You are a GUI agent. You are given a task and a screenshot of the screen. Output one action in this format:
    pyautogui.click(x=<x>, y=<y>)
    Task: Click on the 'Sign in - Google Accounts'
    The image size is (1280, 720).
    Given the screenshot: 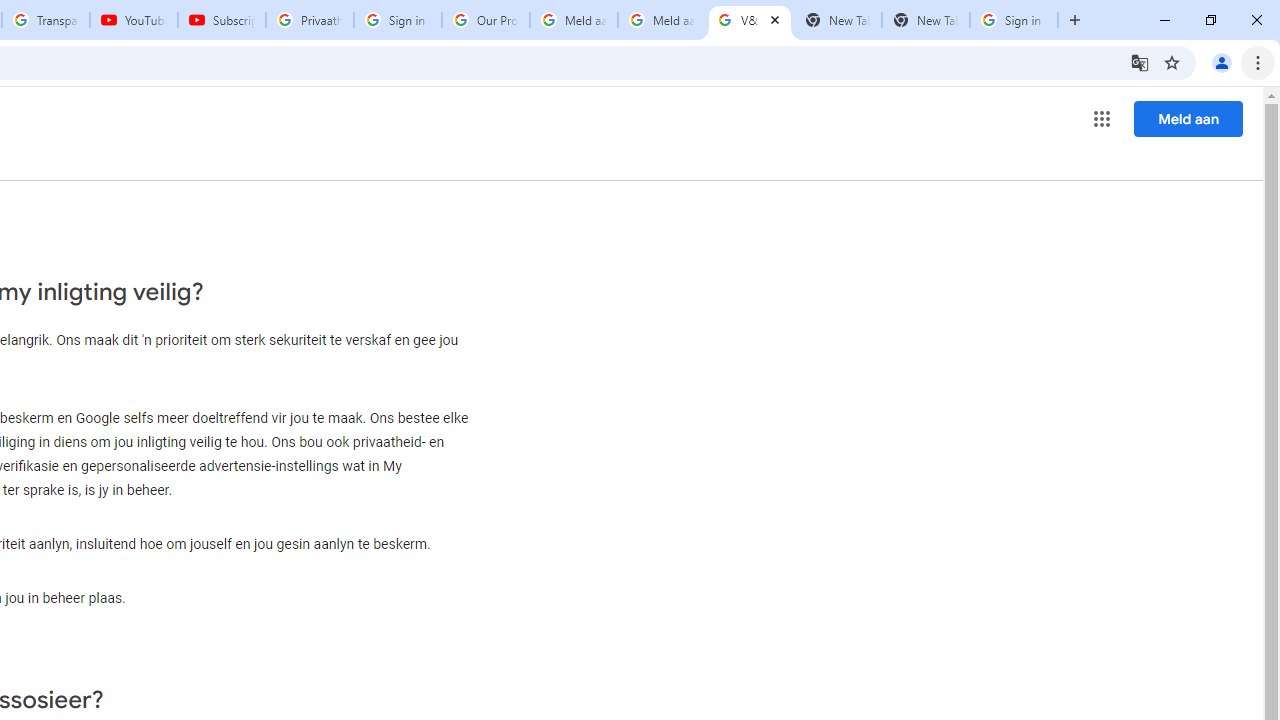 What is the action you would take?
    pyautogui.click(x=1014, y=20)
    